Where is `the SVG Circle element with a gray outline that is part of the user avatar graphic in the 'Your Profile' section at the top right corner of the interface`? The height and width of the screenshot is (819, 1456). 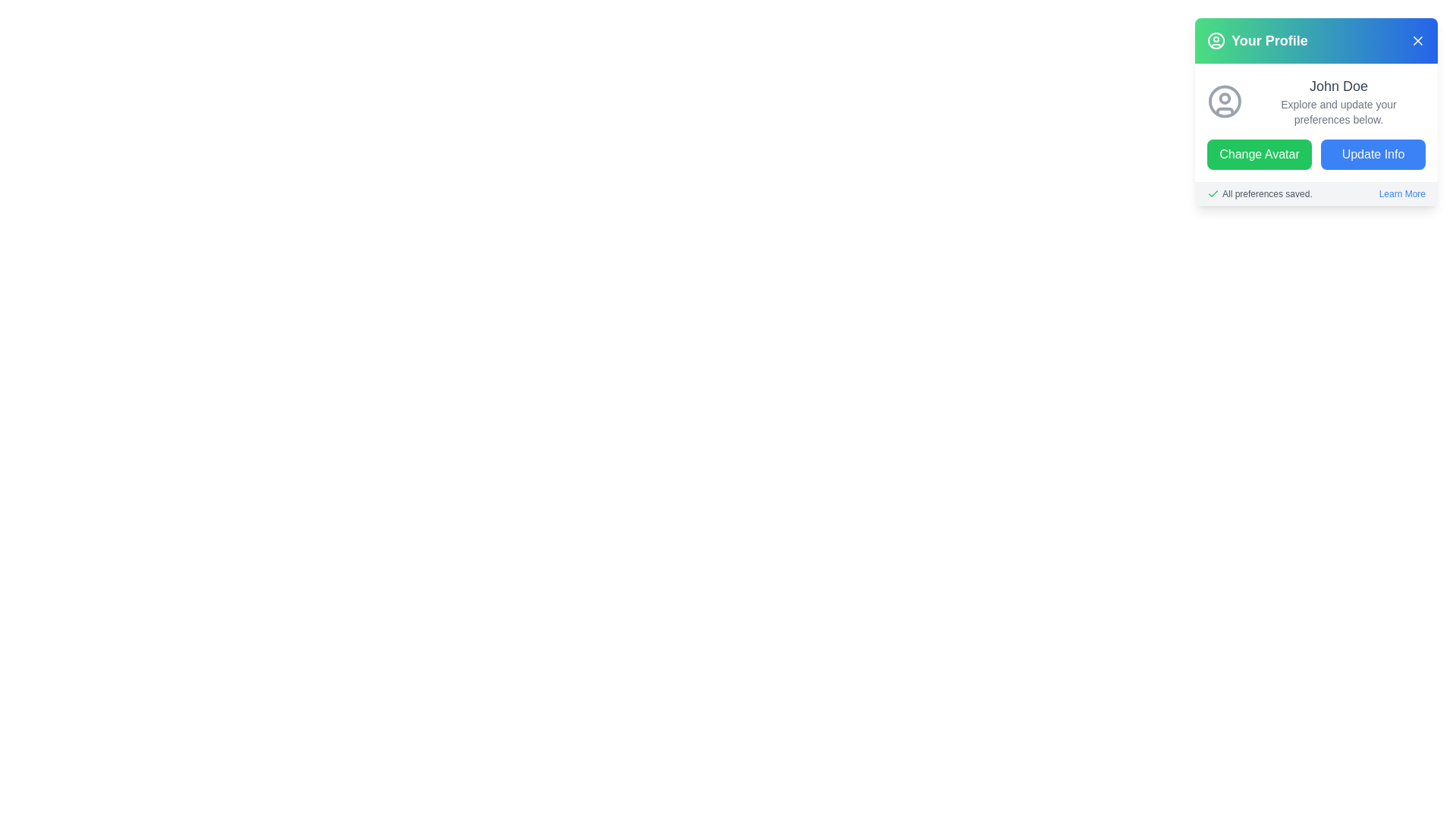
the SVG Circle element with a gray outline that is part of the user avatar graphic in the 'Your Profile' section at the top right corner of the interface is located at coordinates (1225, 102).